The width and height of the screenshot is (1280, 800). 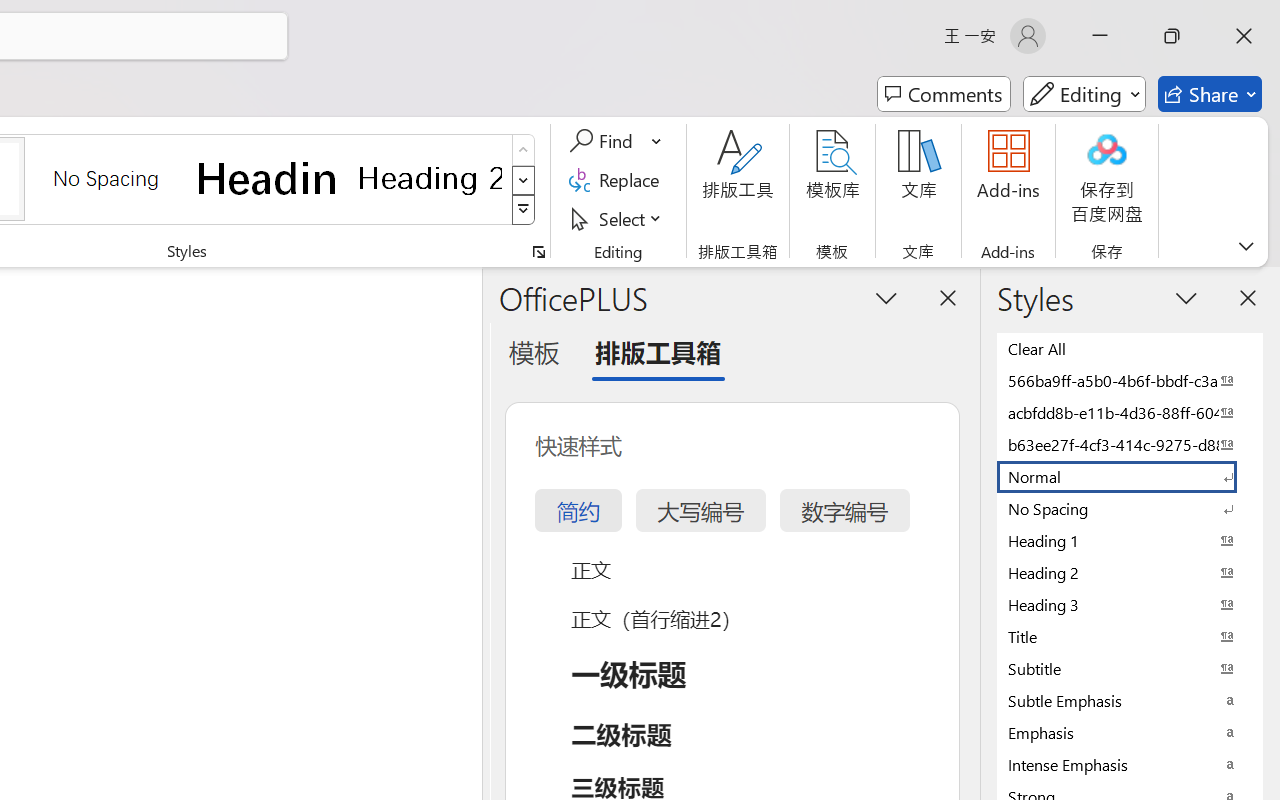 I want to click on 'Select', so click(x=617, y=218).